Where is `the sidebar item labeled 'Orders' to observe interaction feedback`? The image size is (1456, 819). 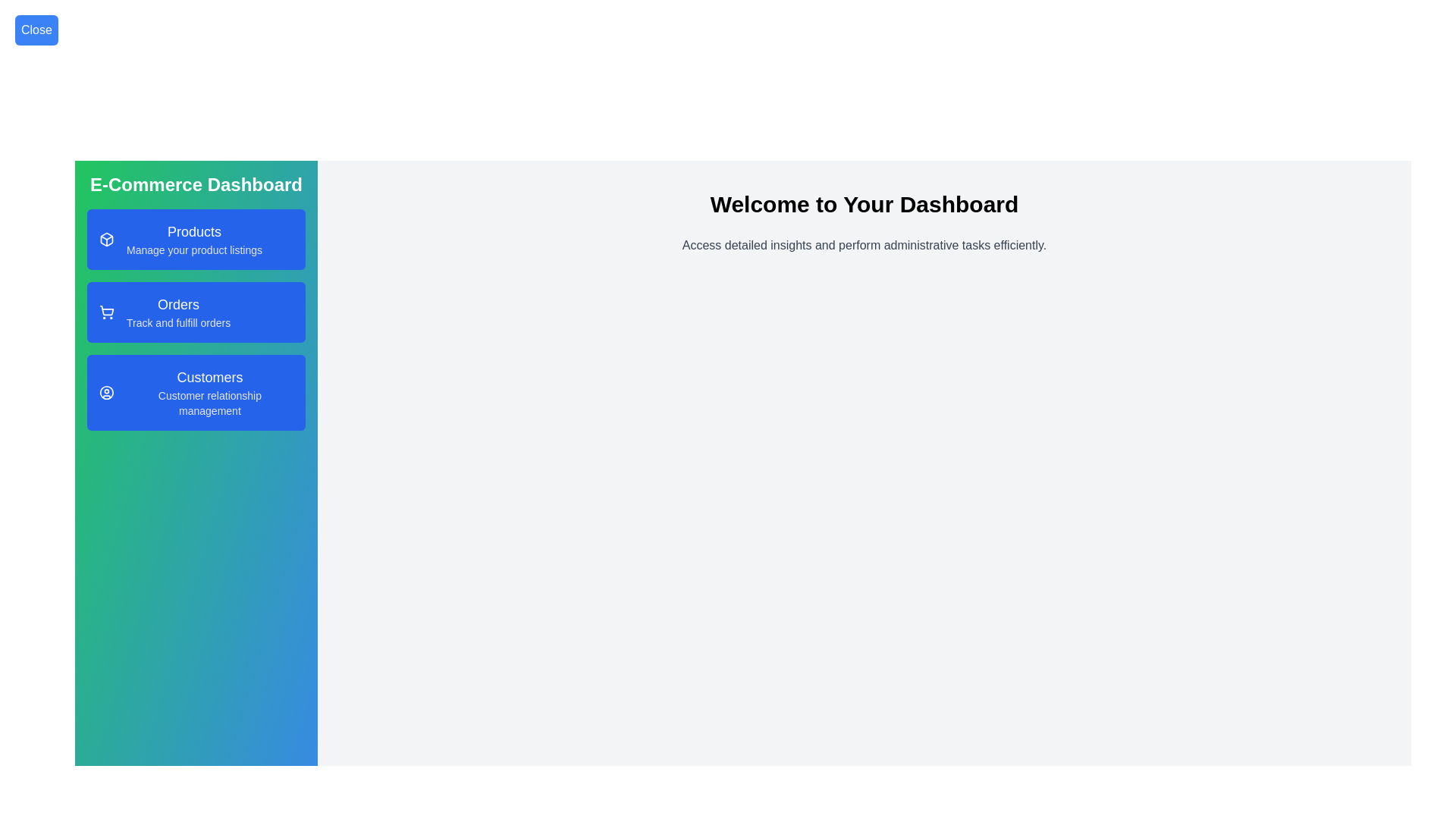
the sidebar item labeled 'Orders' to observe interaction feedback is located at coordinates (196, 312).